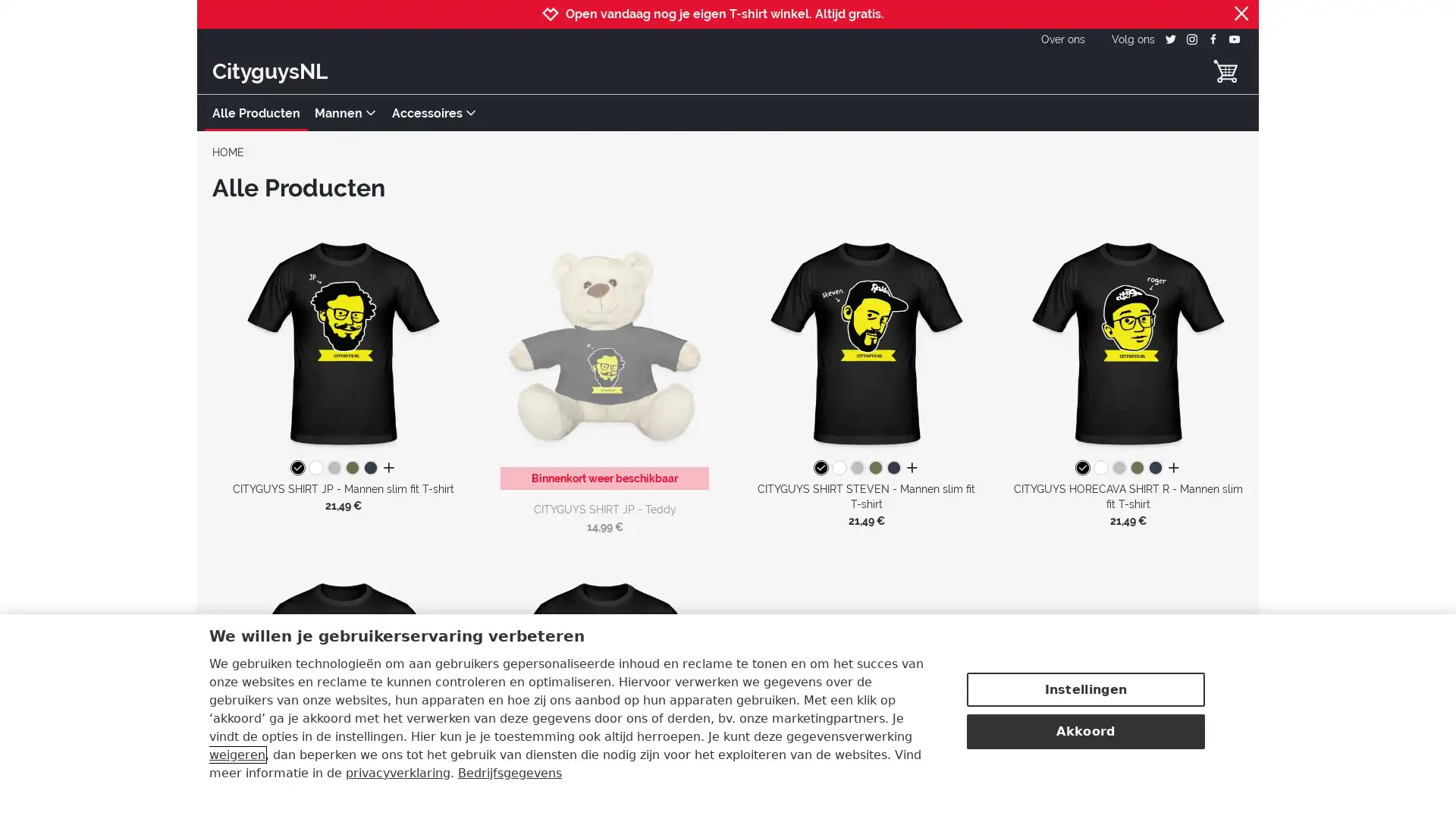 This screenshot has width=1456, height=819. I want to click on kakigroen, so click(1136, 468).